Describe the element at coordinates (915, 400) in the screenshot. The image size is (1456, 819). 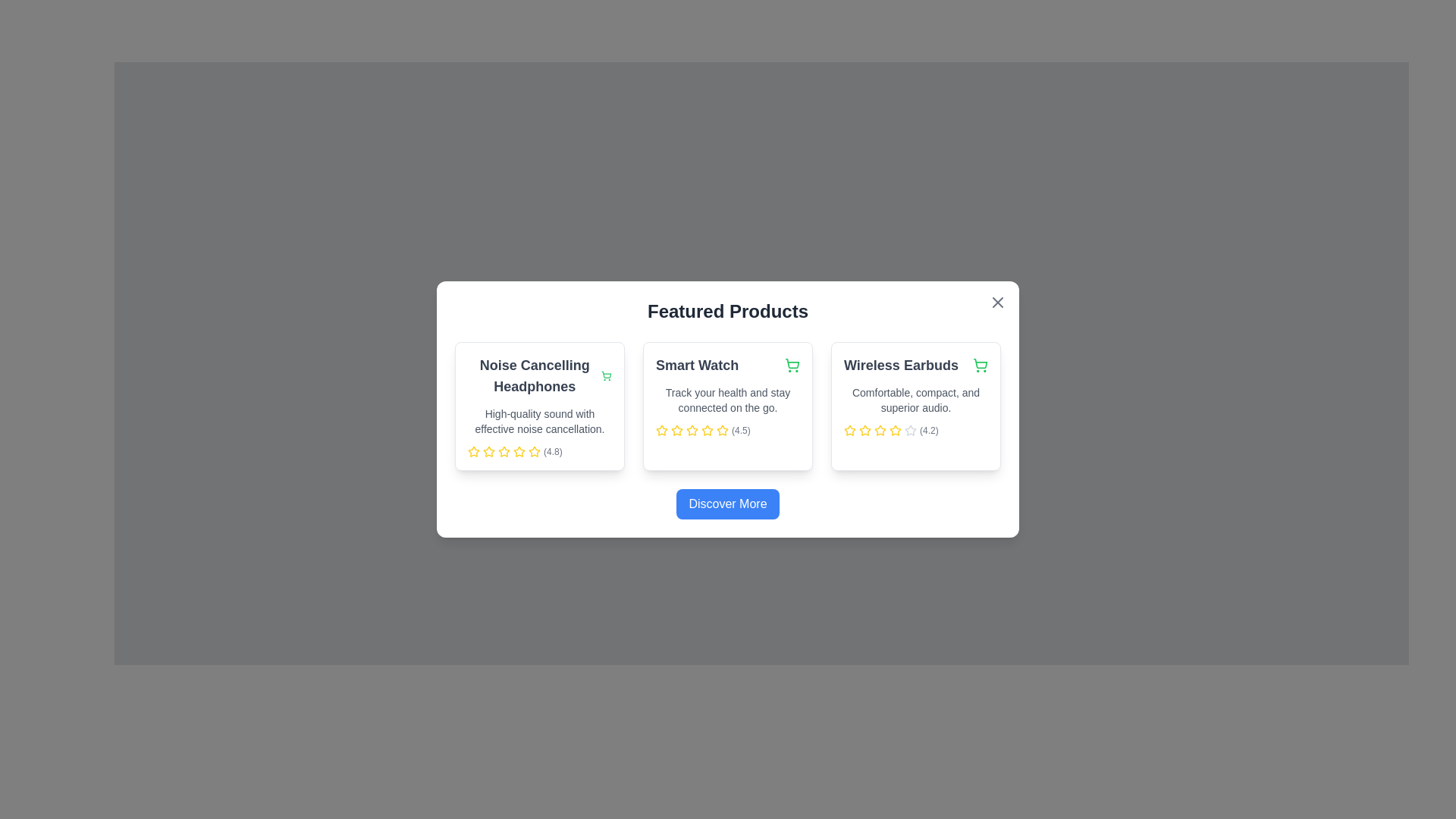
I see `descriptive subtext providing additional details about the Wireless Earbuds product, located centrally beneath the main title 'Wireless Earbuds' and above the rating section` at that location.